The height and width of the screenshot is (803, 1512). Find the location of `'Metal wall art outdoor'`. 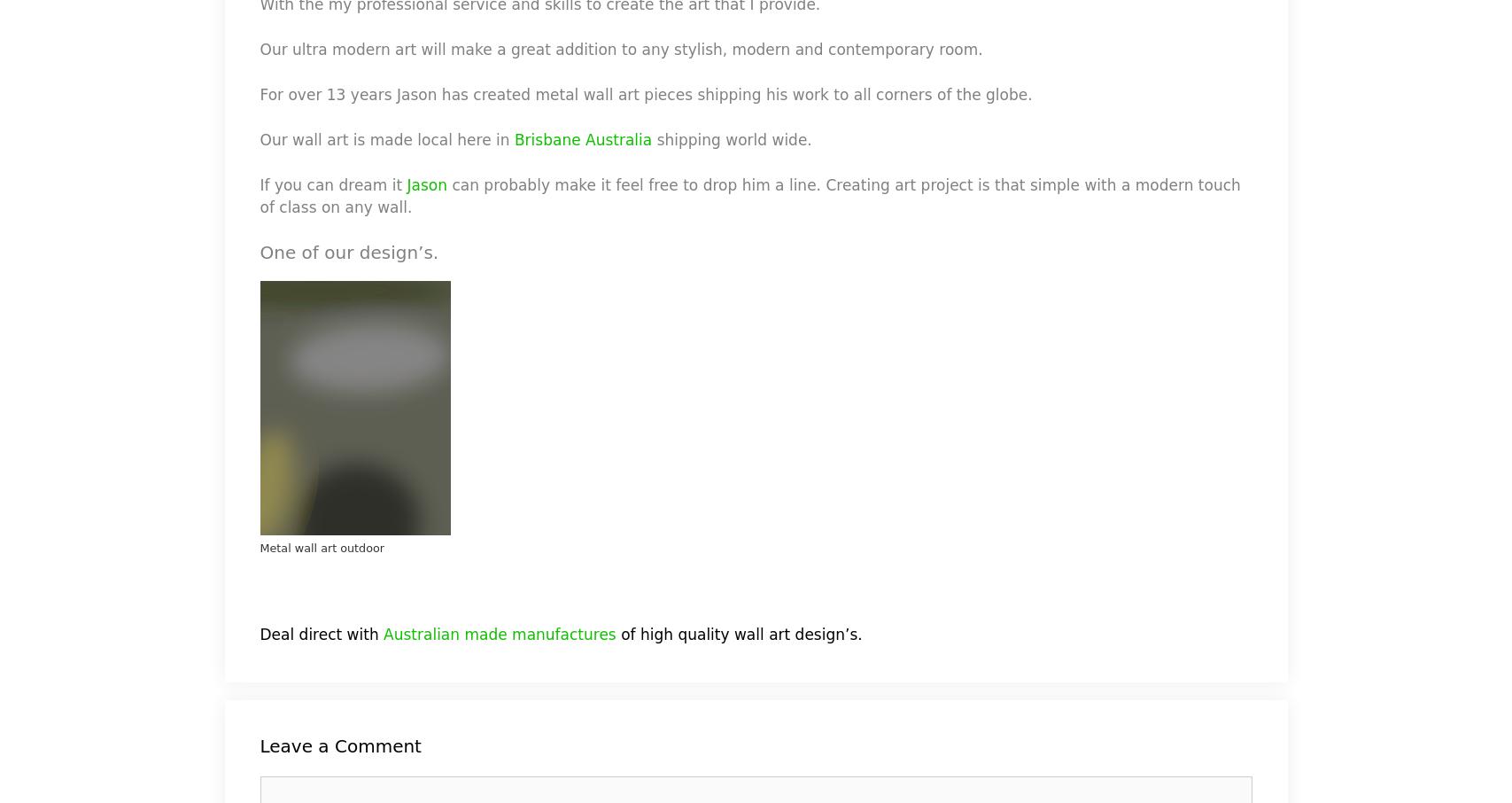

'Metal wall art outdoor' is located at coordinates (322, 547).